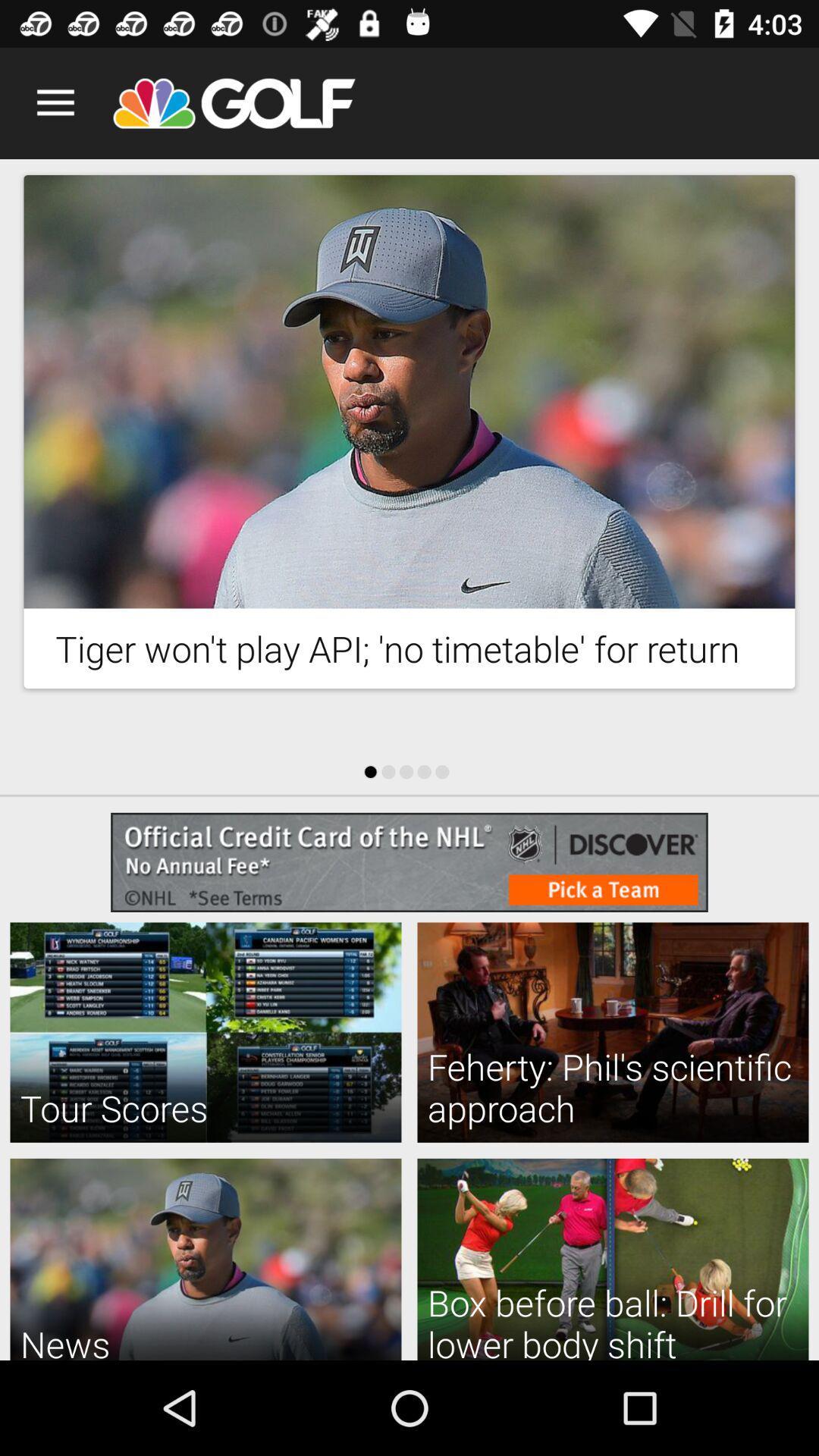  I want to click on advertisement, so click(409, 391).